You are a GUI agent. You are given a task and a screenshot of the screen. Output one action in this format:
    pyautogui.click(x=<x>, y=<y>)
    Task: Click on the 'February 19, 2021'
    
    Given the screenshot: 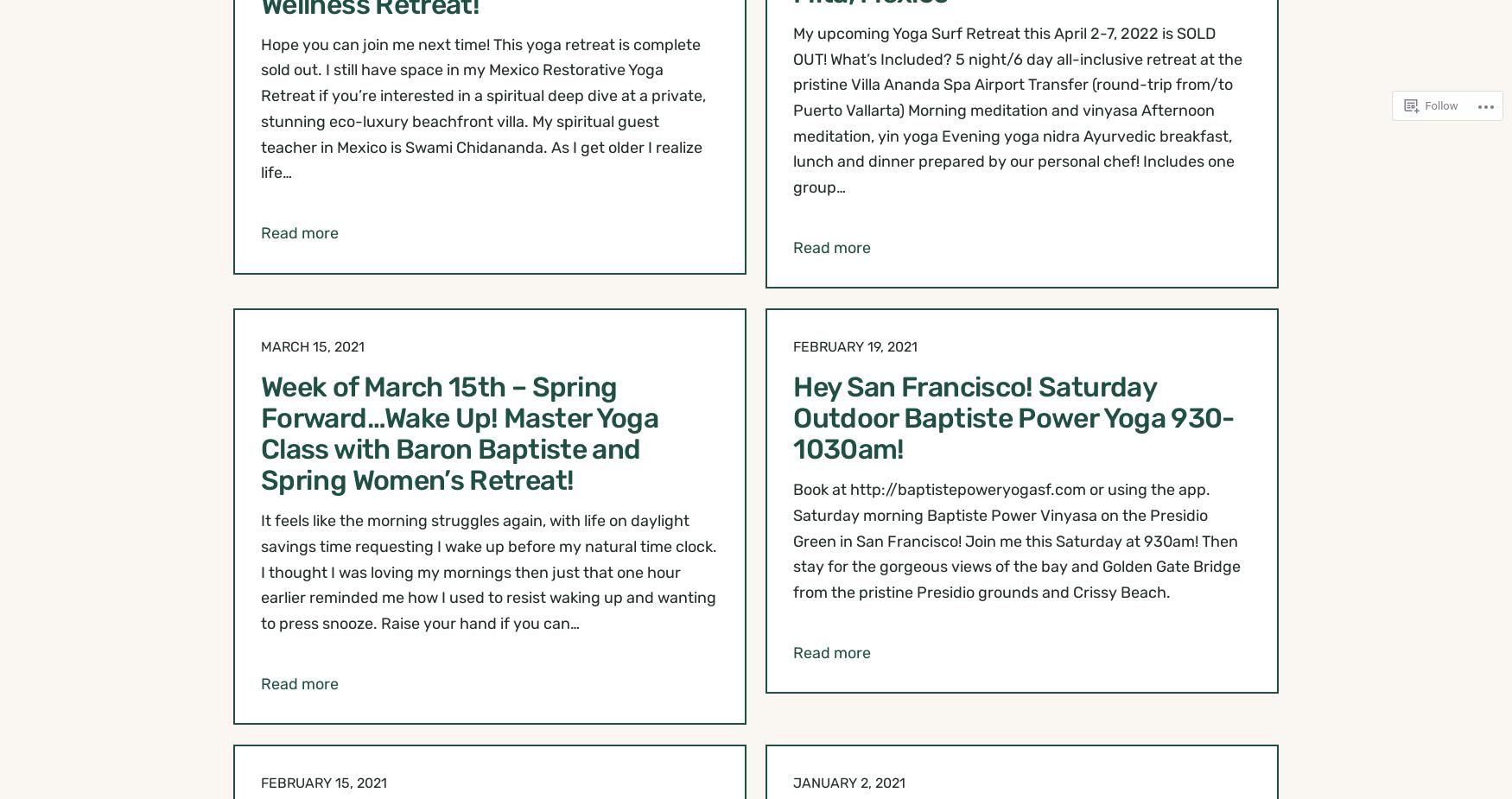 What is the action you would take?
    pyautogui.click(x=854, y=345)
    